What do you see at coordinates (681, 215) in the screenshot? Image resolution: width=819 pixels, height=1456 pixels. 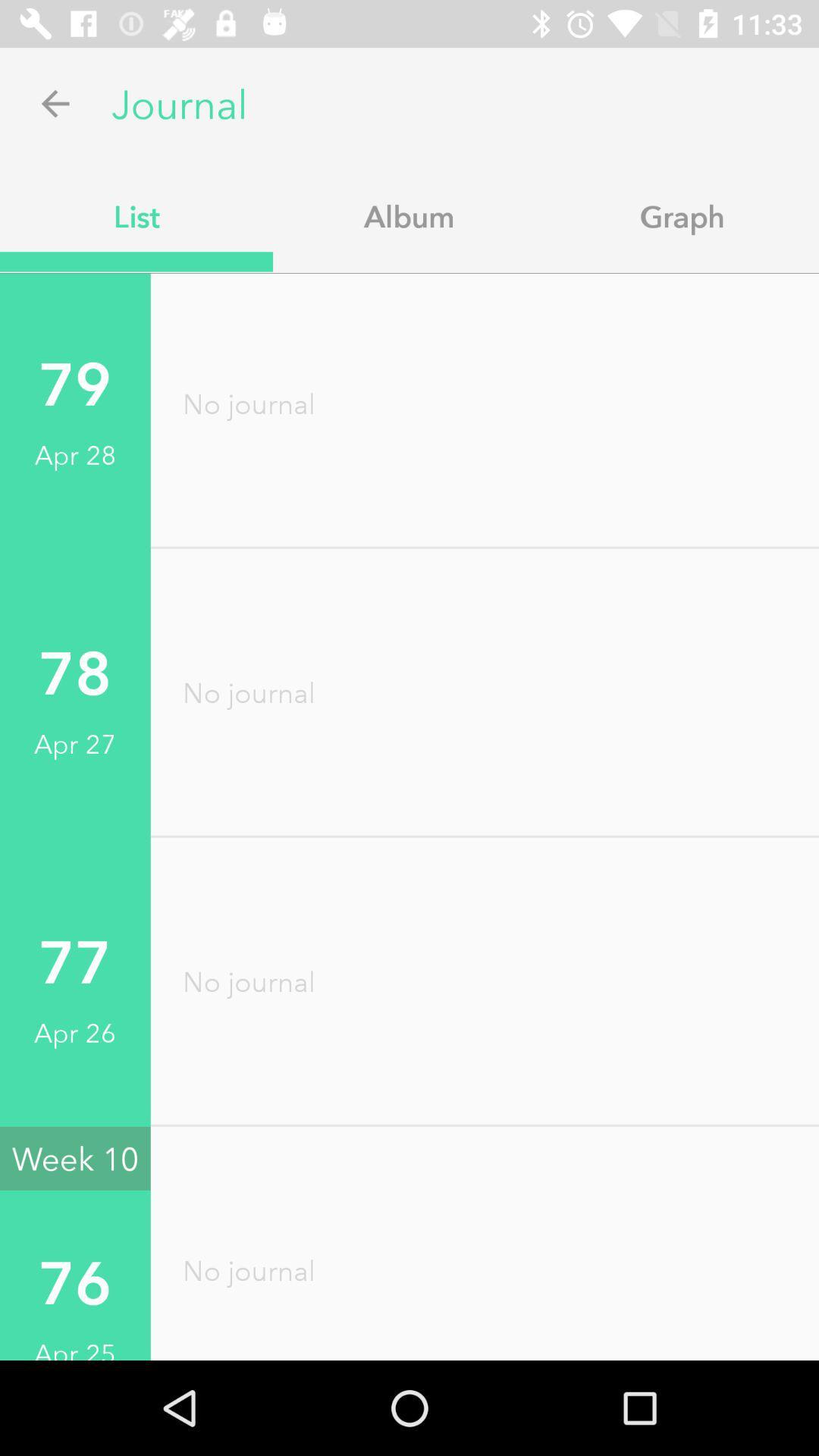 I see `app to the right of the album app` at bounding box center [681, 215].